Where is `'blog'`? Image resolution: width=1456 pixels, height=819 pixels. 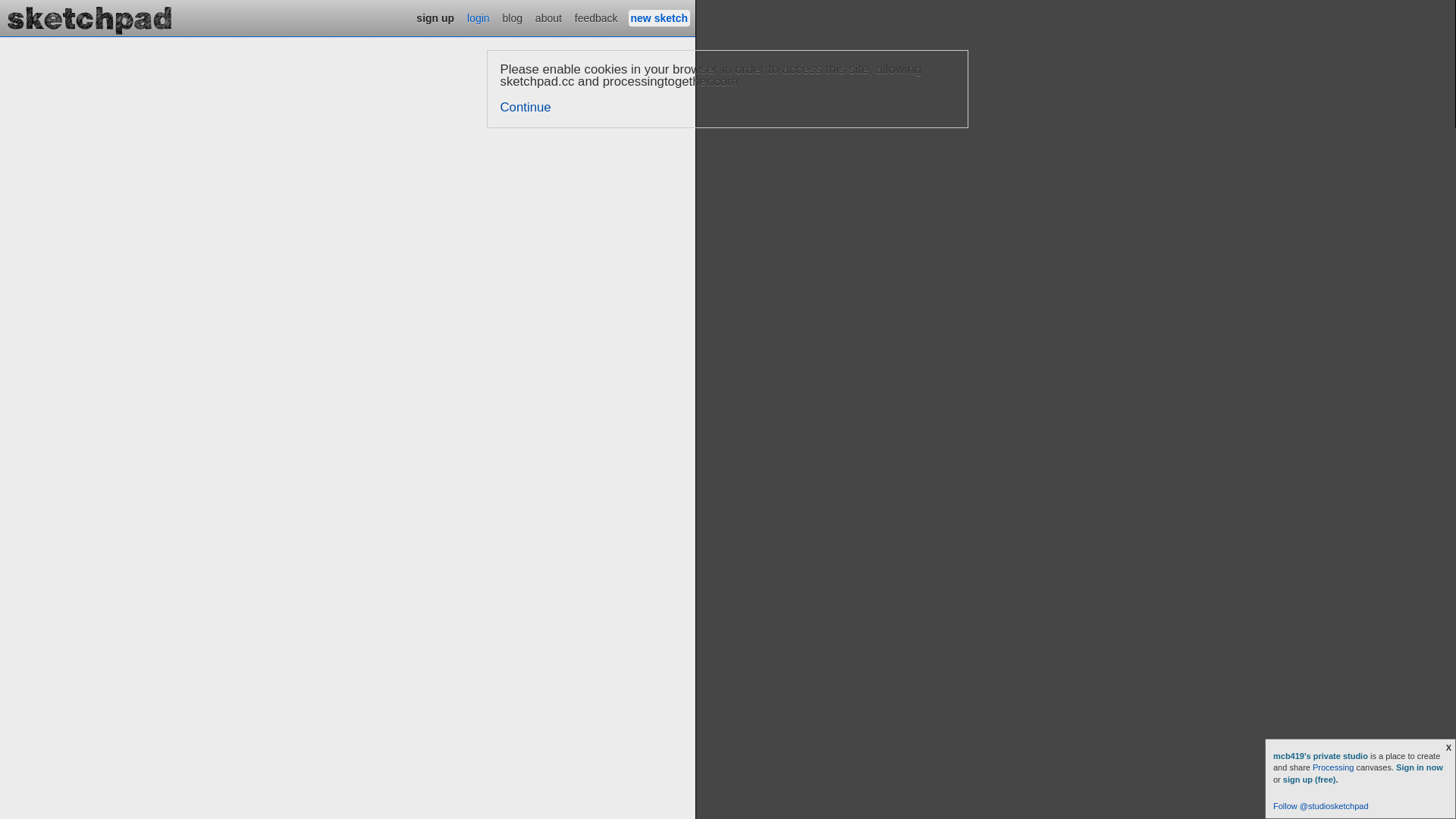
'blog' is located at coordinates (500, 17).